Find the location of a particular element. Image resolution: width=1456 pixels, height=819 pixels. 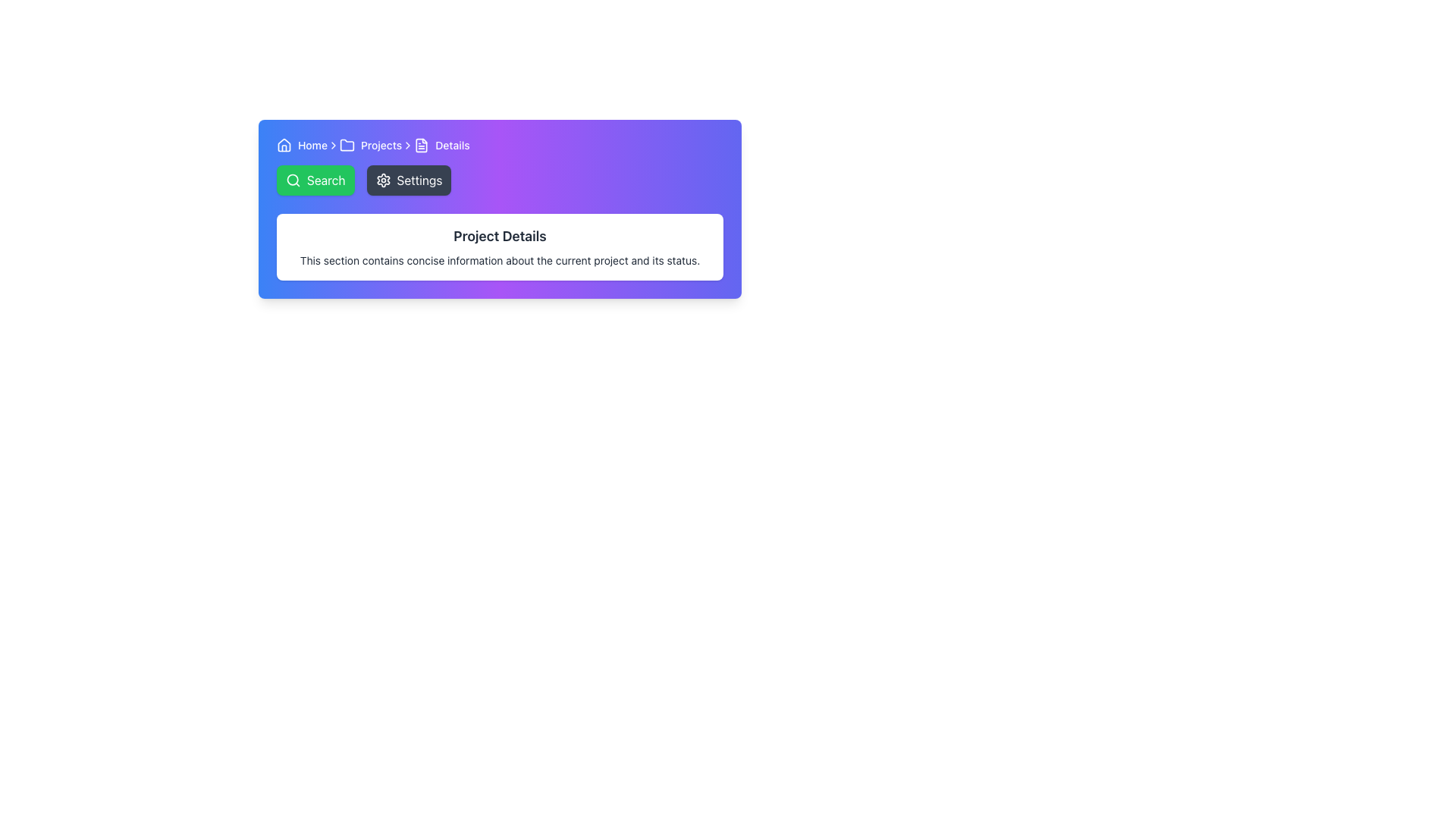

the SVG Folder Icon representing the 'Projects' section in the breadcrumb navigation is located at coordinates (346, 146).